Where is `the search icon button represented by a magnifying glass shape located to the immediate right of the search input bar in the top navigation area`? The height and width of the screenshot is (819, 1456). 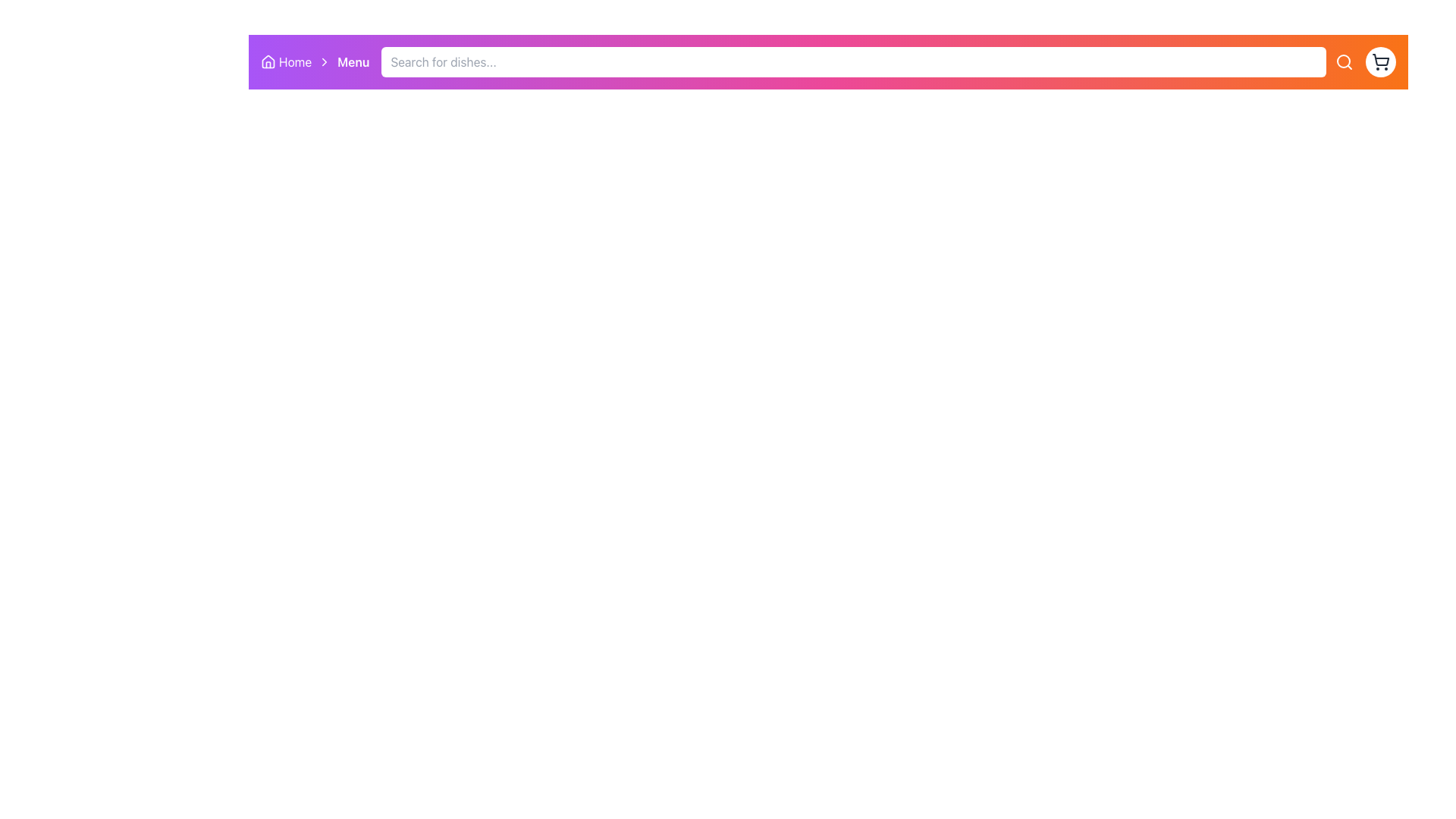 the search icon button represented by a magnifying glass shape located to the immediate right of the search input bar in the top navigation area is located at coordinates (1344, 61).